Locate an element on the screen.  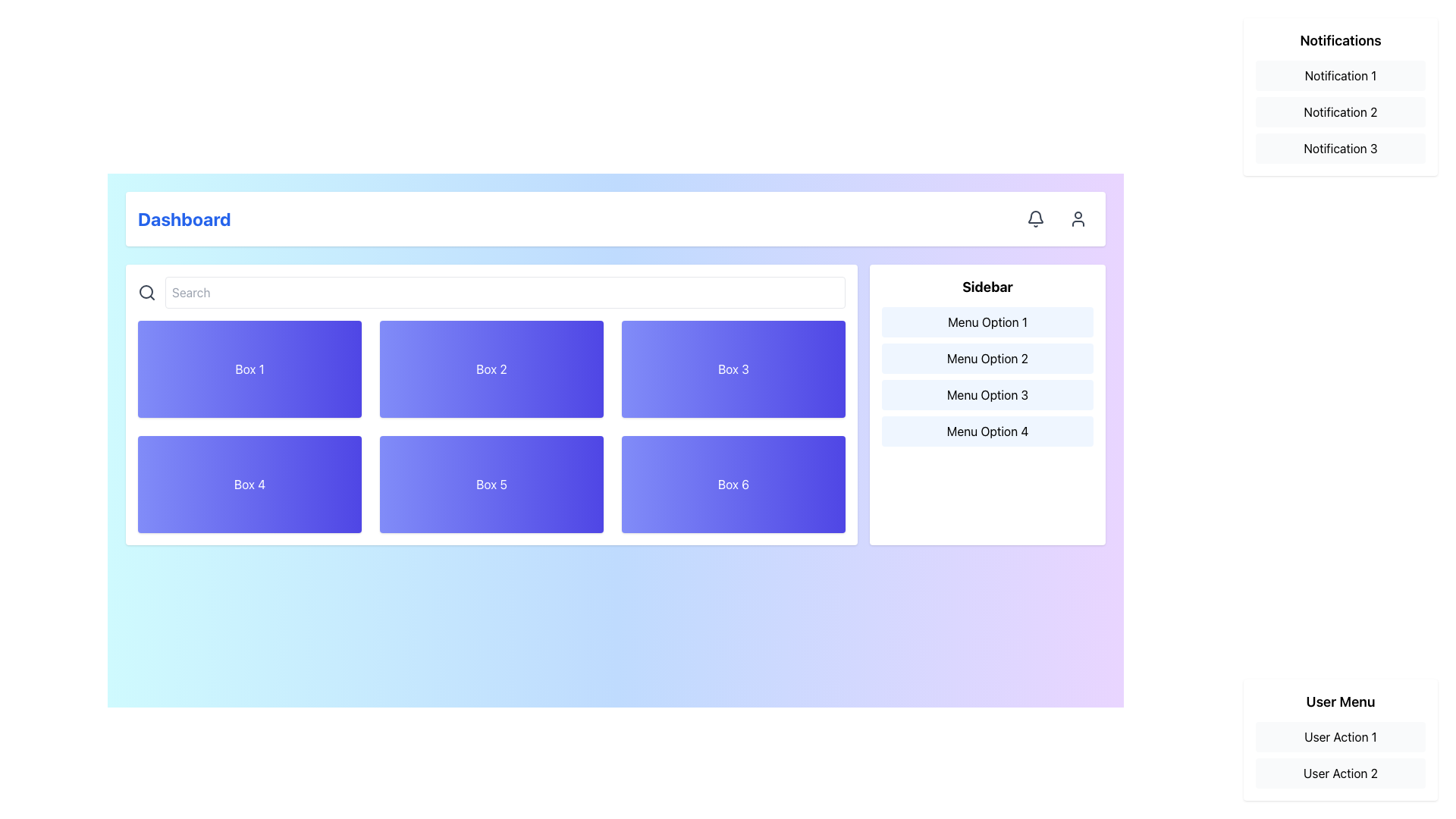
the fifth static display box in a grid layout, located in the second row and second column, which is non-interactive and serves for visual organization is located at coordinates (491, 485).